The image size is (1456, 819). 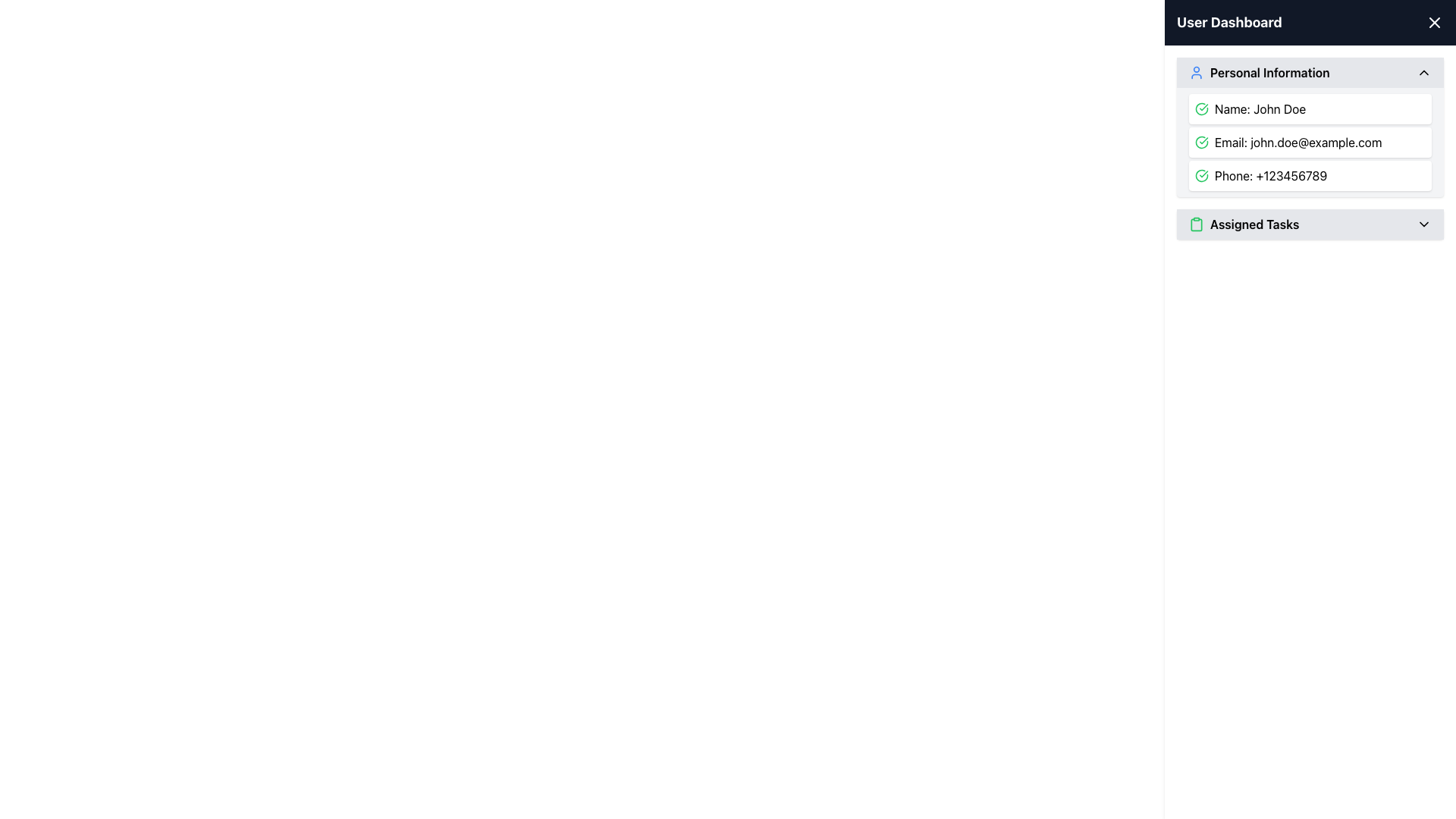 I want to click on the text display with a green checkmark icon that shows 'Phone: +123456789' in the 'Personal Information' section, so click(x=1310, y=174).